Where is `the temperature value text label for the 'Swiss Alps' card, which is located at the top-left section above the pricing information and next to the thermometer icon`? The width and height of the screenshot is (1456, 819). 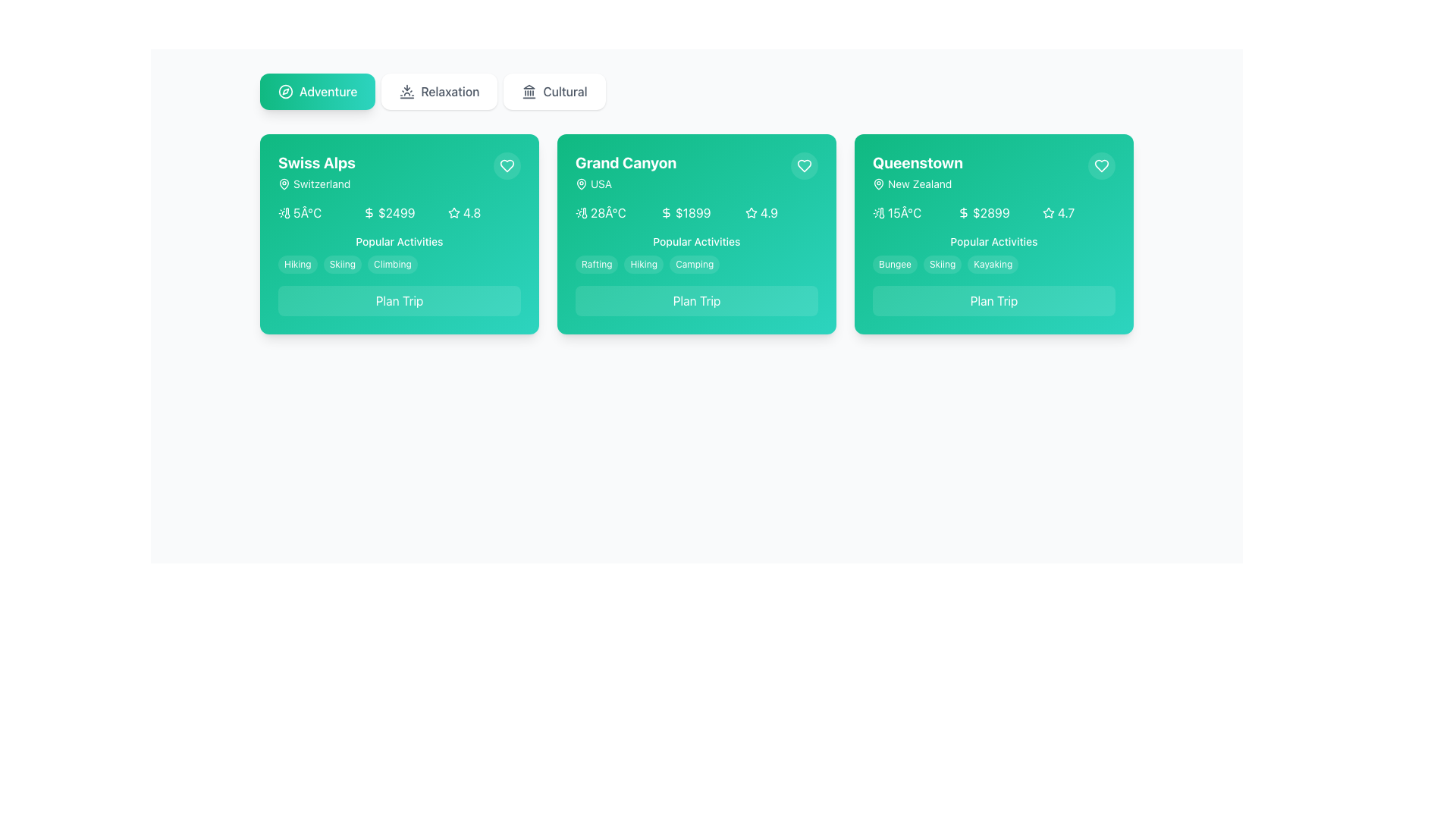
the temperature value text label for the 'Swiss Alps' card, which is located at the top-left section above the pricing information and next to the thermometer icon is located at coordinates (306, 213).